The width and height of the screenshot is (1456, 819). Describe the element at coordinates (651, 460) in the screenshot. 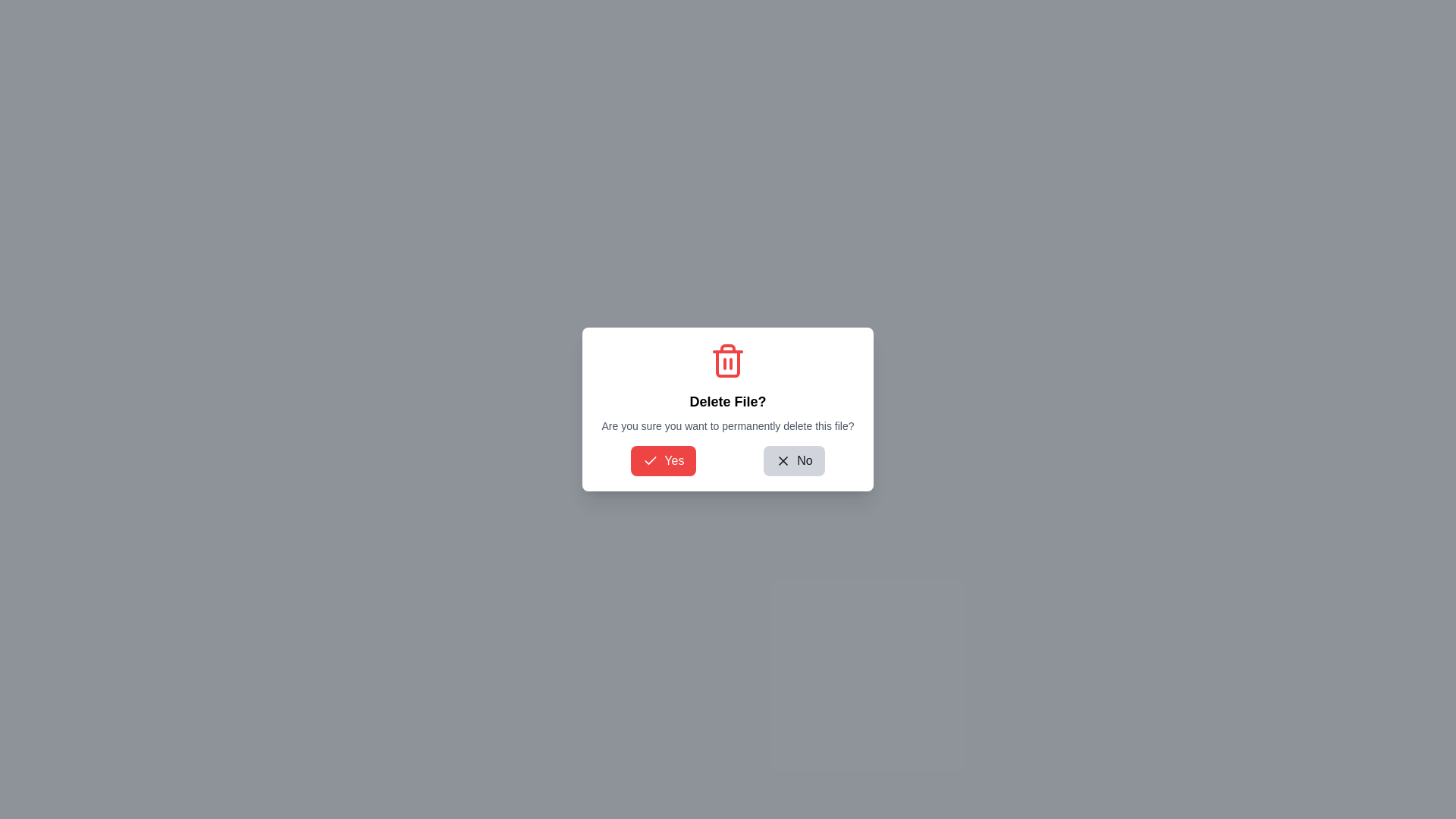

I see `the confirmation icon located to the left of the 'Yes' text within the red button at the lower left of the dialog box` at that location.